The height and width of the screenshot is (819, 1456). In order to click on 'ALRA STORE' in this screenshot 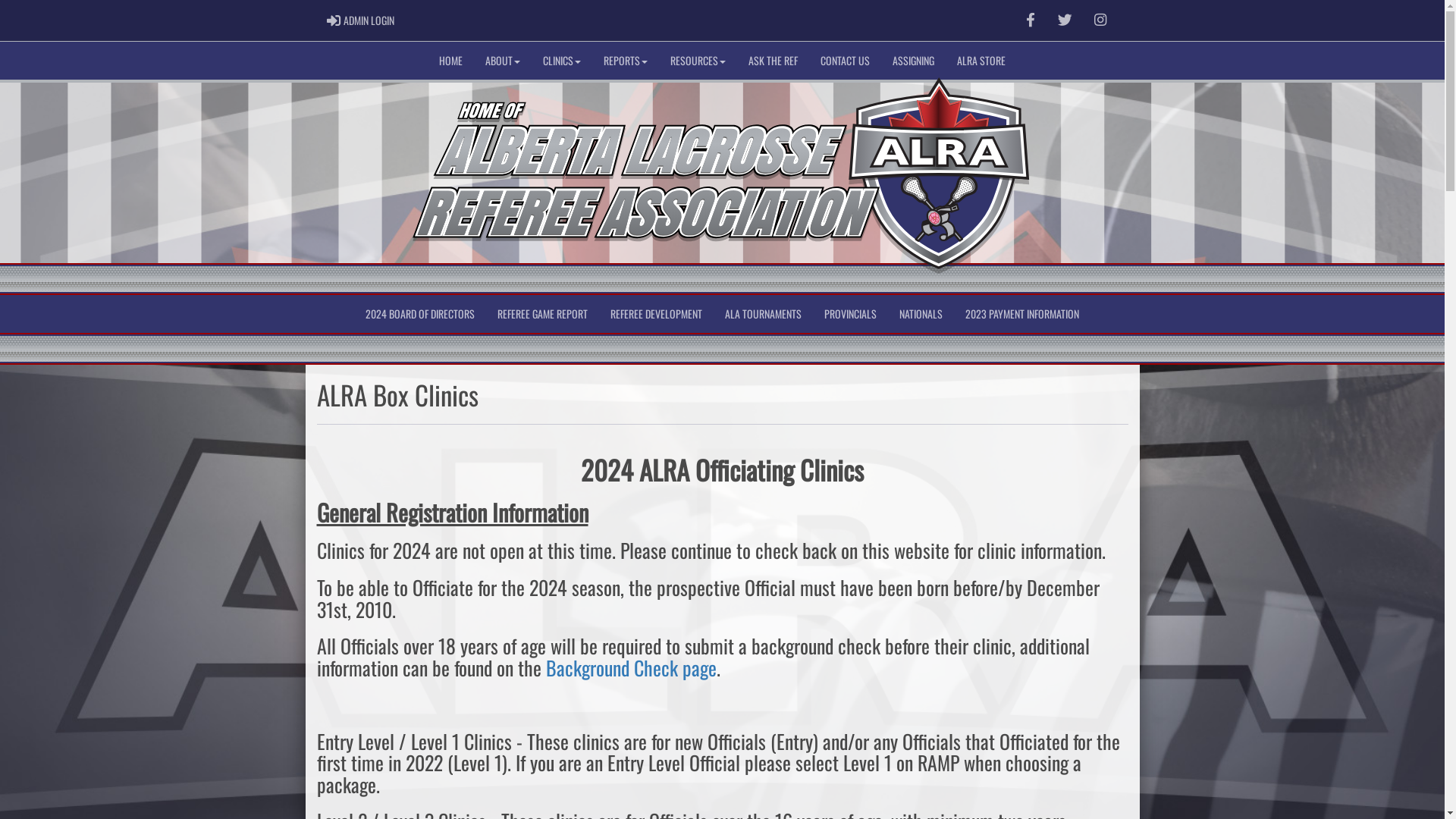, I will do `click(981, 60)`.